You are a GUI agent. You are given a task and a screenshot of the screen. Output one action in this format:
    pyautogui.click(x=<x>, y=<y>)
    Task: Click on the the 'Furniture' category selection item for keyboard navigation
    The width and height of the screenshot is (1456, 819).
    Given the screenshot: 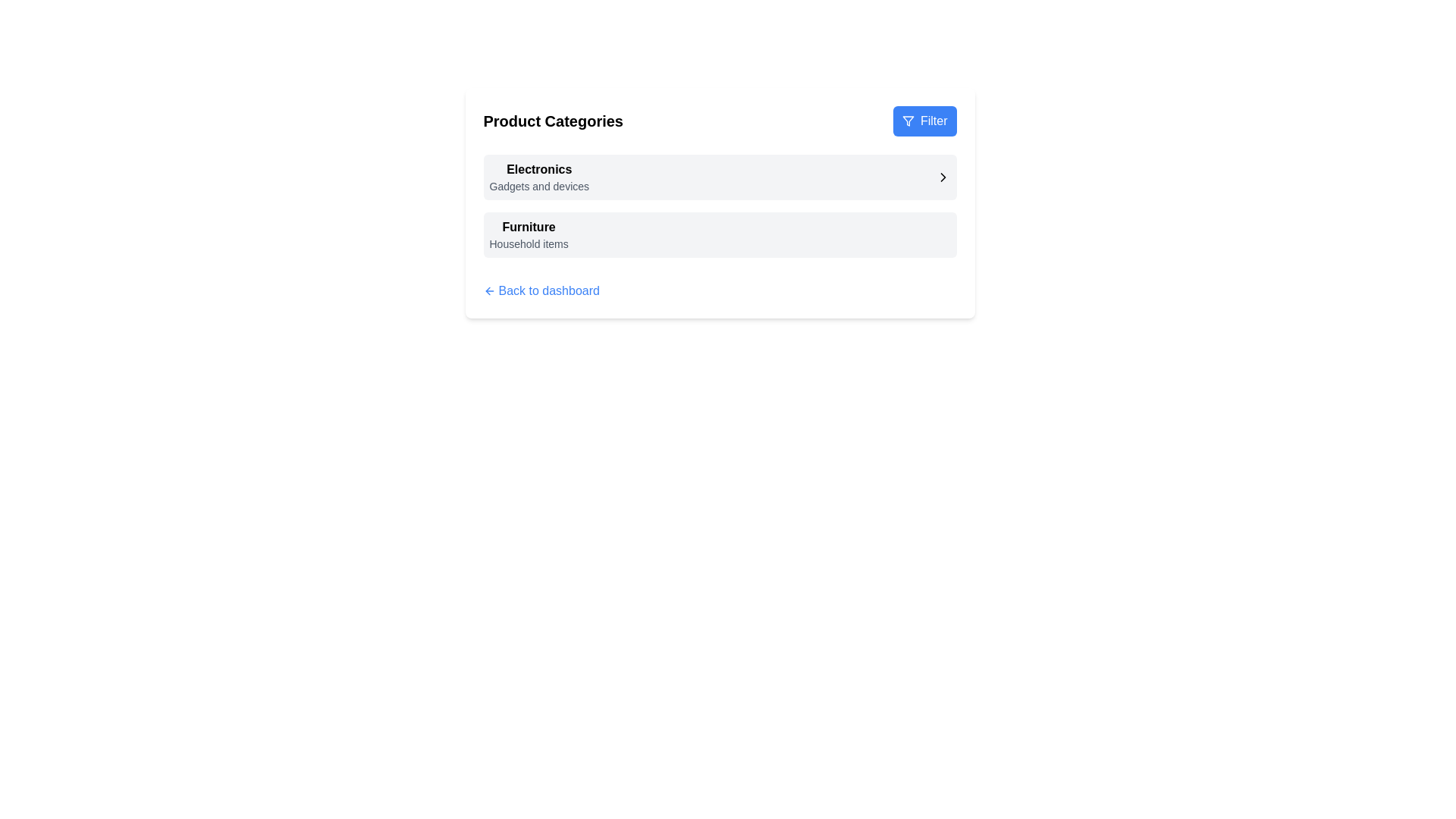 What is the action you would take?
    pyautogui.click(x=719, y=234)
    